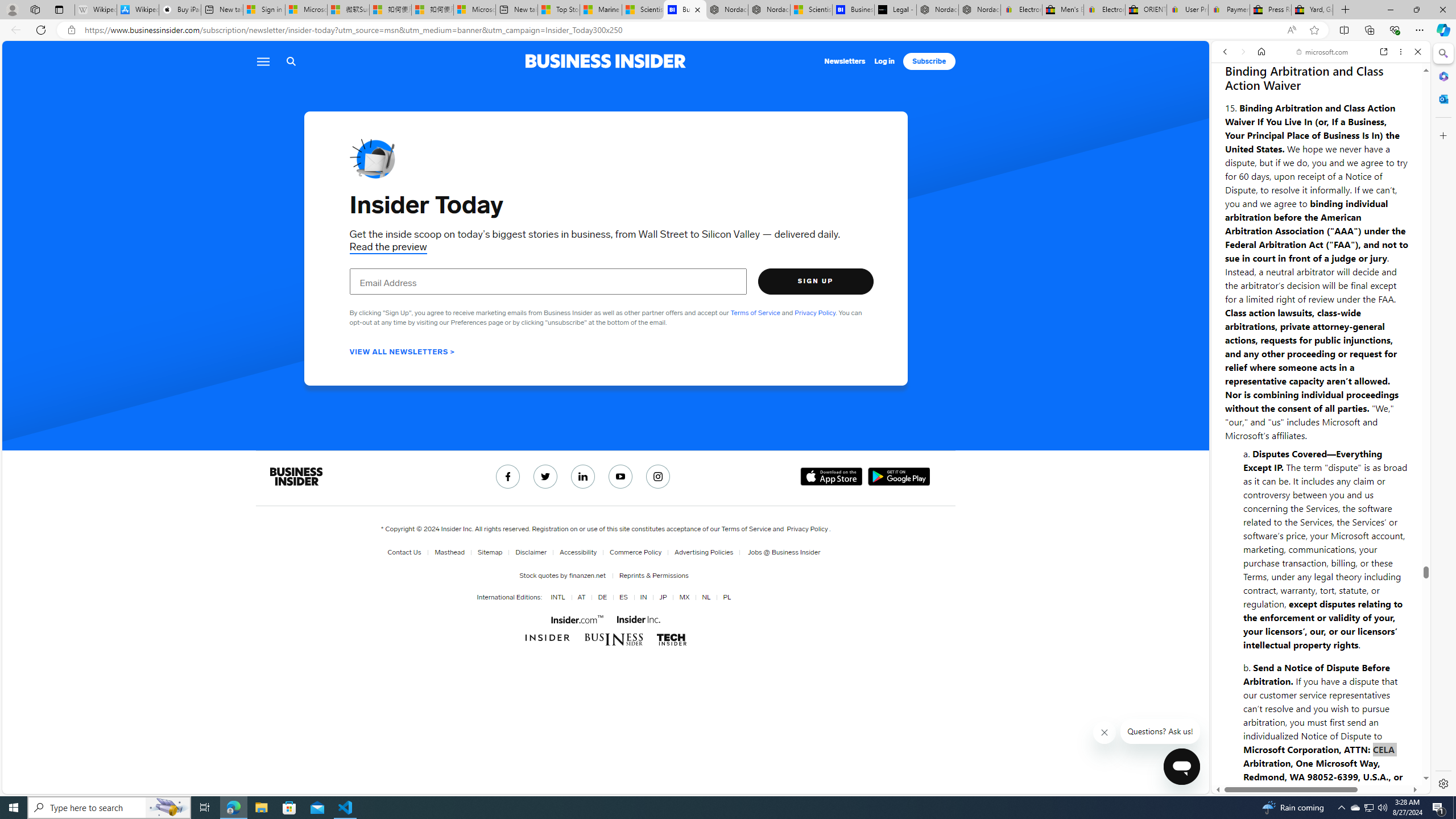 Image resolution: width=1456 pixels, height=819 pixels. I want to click on 'Download on the App Store', so click(830, 477).